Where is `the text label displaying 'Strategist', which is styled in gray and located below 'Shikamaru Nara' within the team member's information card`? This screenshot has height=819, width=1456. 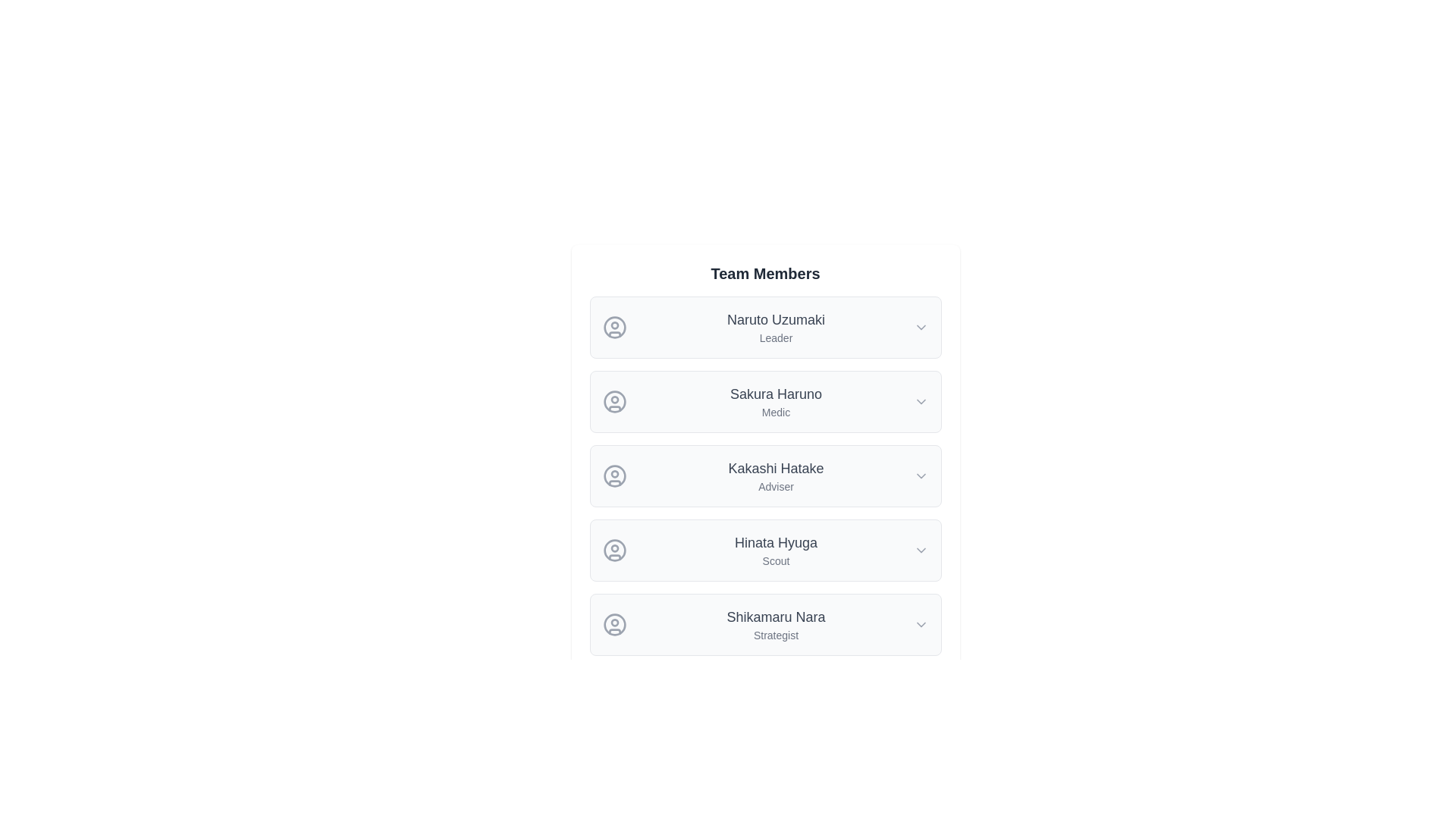
the text label displaying 'Strategist', which is styled in gray and located below 'Shikamaru Nara' within the team member's information card is located at coordinates (776, 635).